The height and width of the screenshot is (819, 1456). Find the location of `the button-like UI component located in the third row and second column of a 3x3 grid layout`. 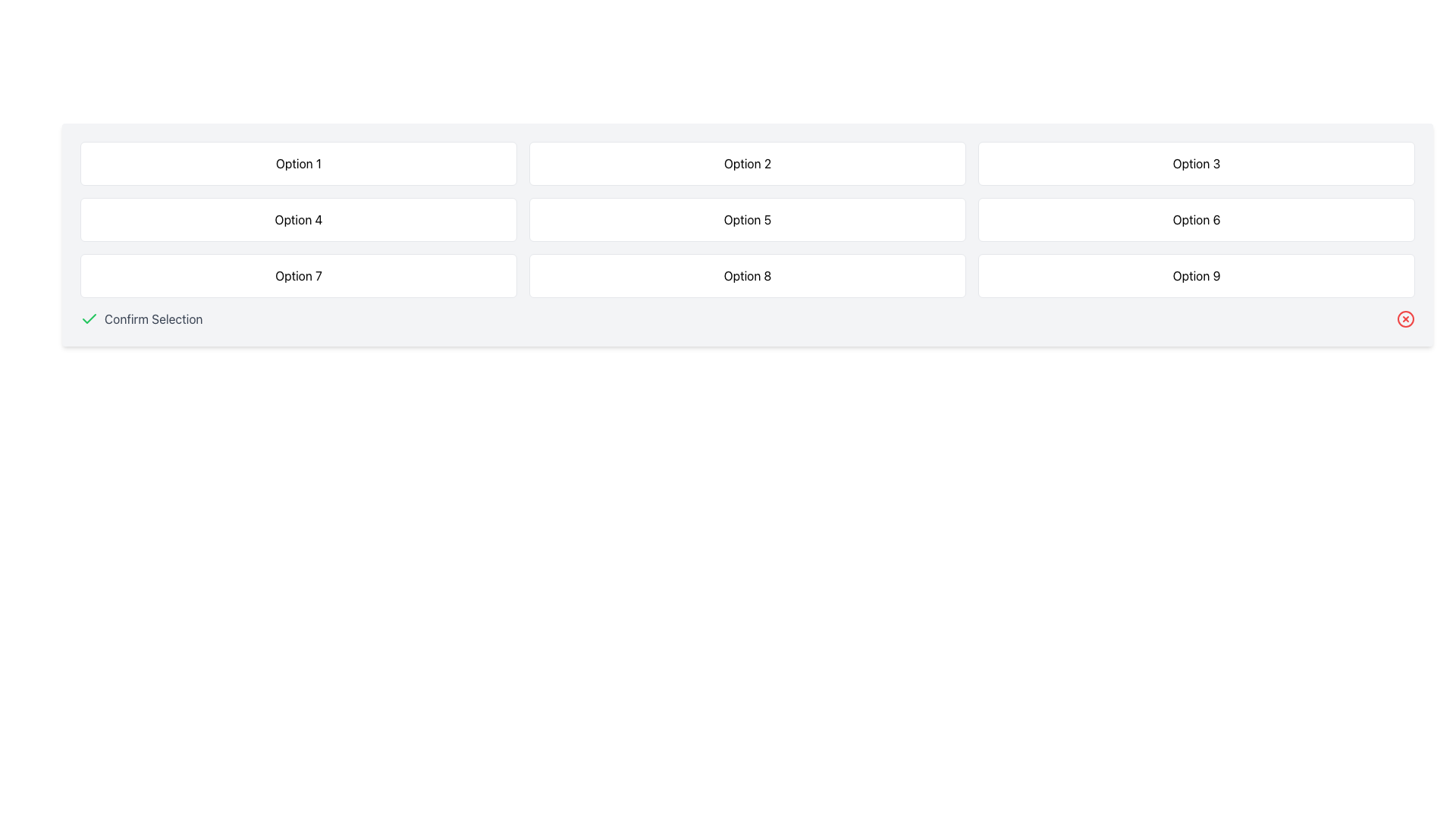

the button-like UI component located in the third row and second column of a 3x3 grid layout is located at coordinates (747, 275).